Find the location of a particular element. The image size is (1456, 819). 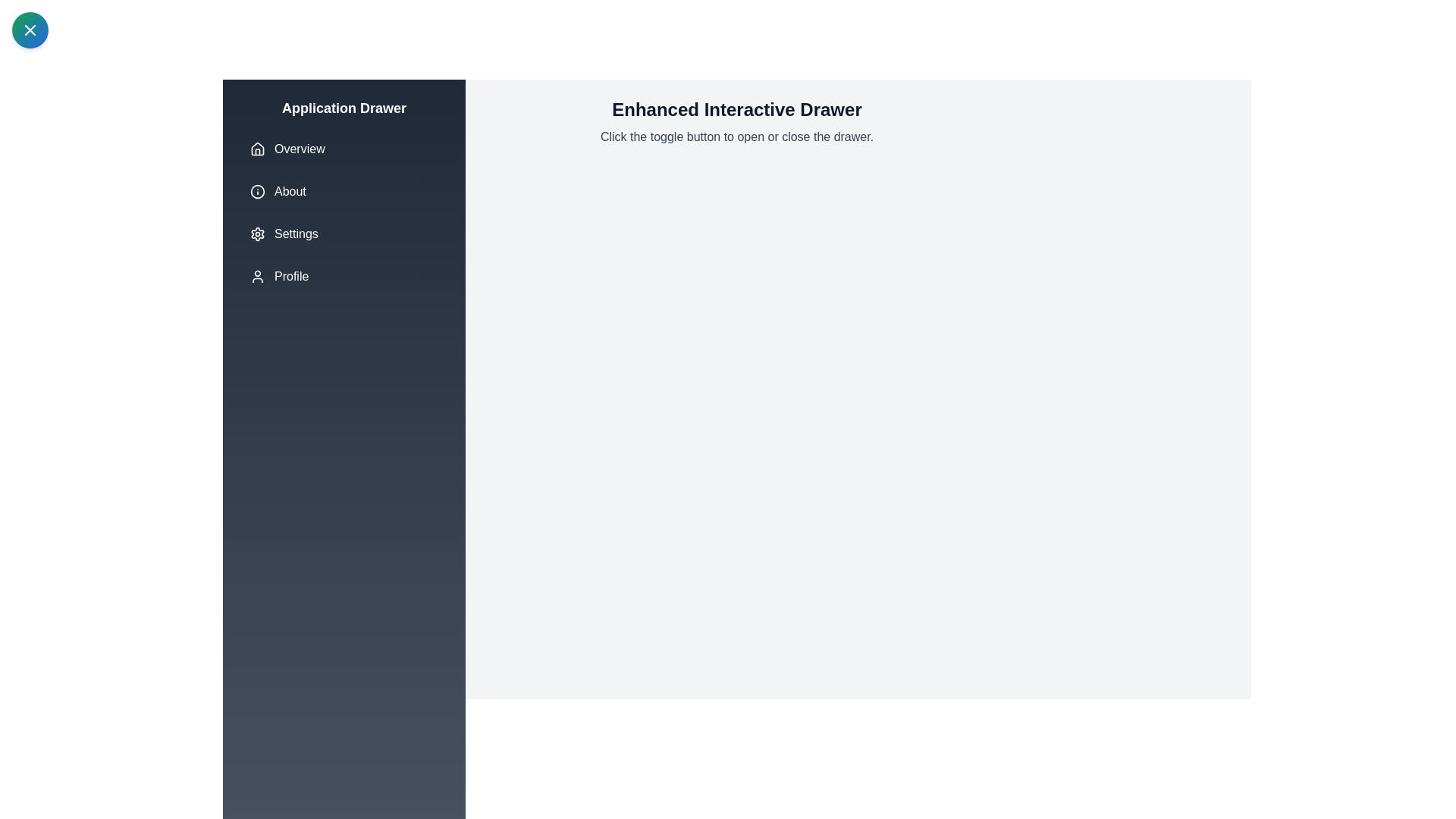

the icon associated with the menu item About is located at coordinates (258, 191).